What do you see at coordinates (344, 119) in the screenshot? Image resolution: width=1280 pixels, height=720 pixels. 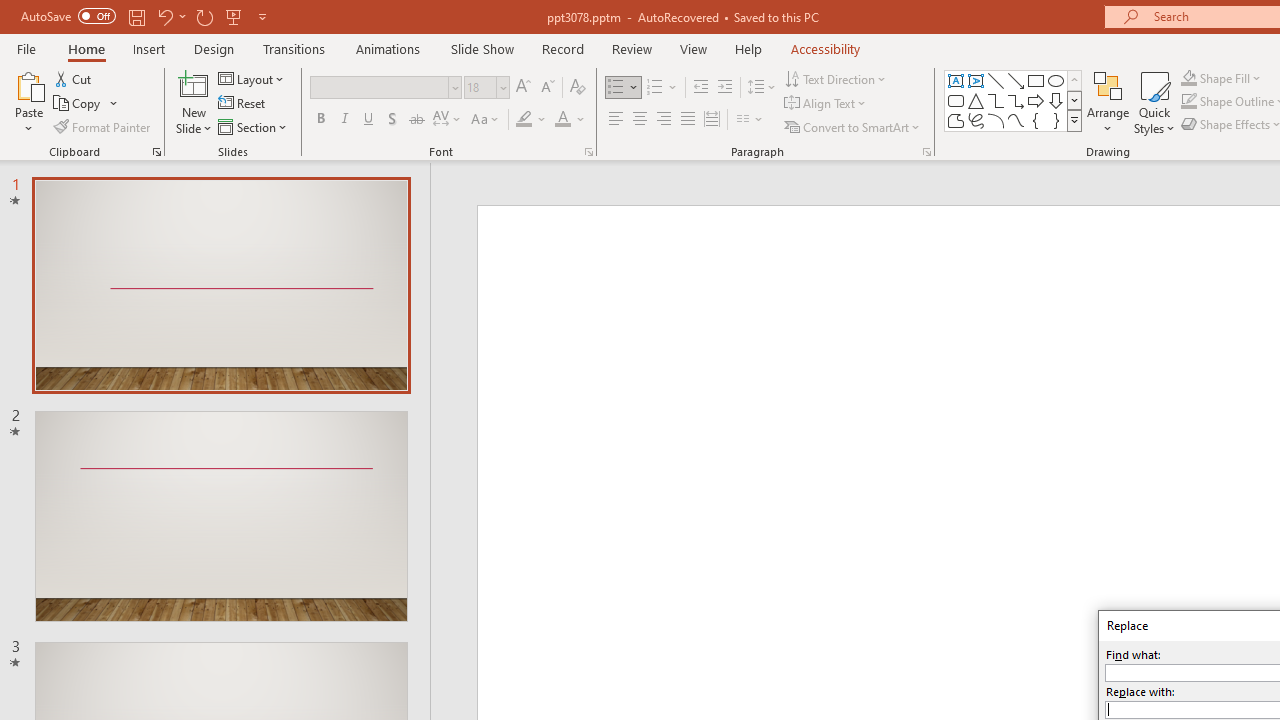 I see `'Italic'` at bounding box center [344, 119].